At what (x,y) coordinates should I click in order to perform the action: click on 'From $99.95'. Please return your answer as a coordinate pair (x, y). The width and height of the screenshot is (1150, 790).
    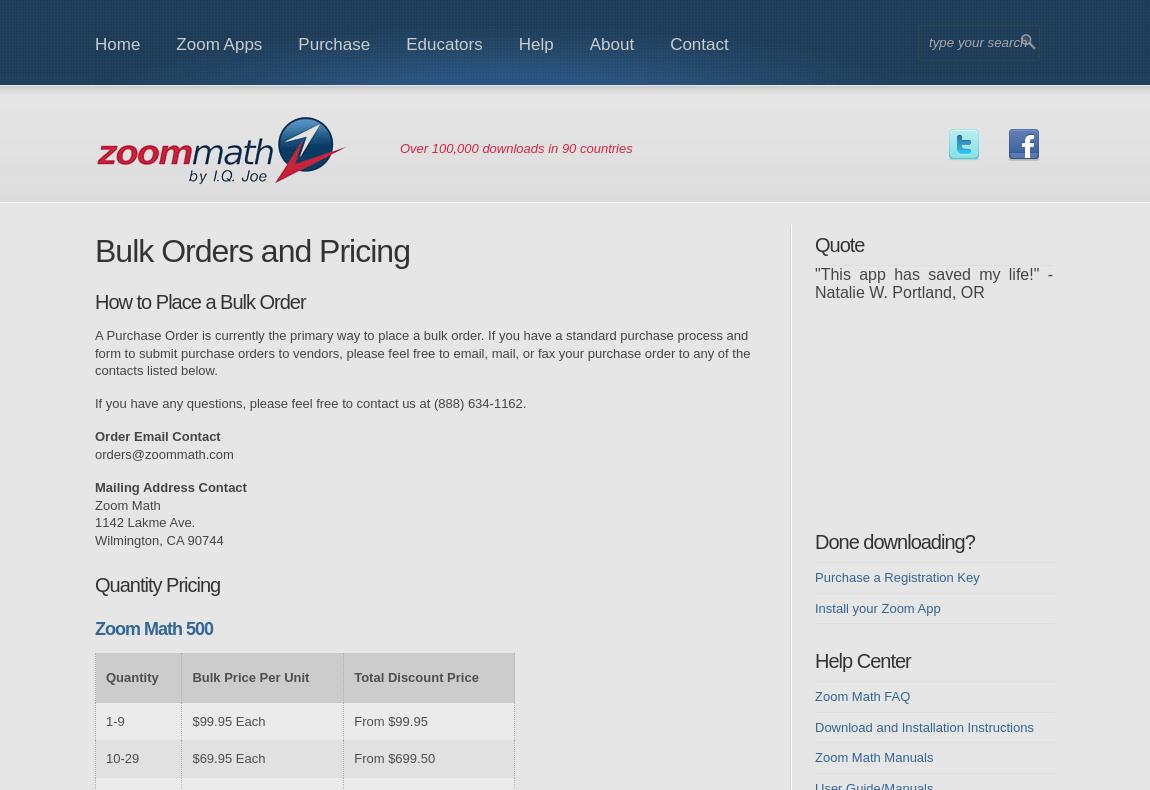
    Looking at the image, I should click on (390, 719).